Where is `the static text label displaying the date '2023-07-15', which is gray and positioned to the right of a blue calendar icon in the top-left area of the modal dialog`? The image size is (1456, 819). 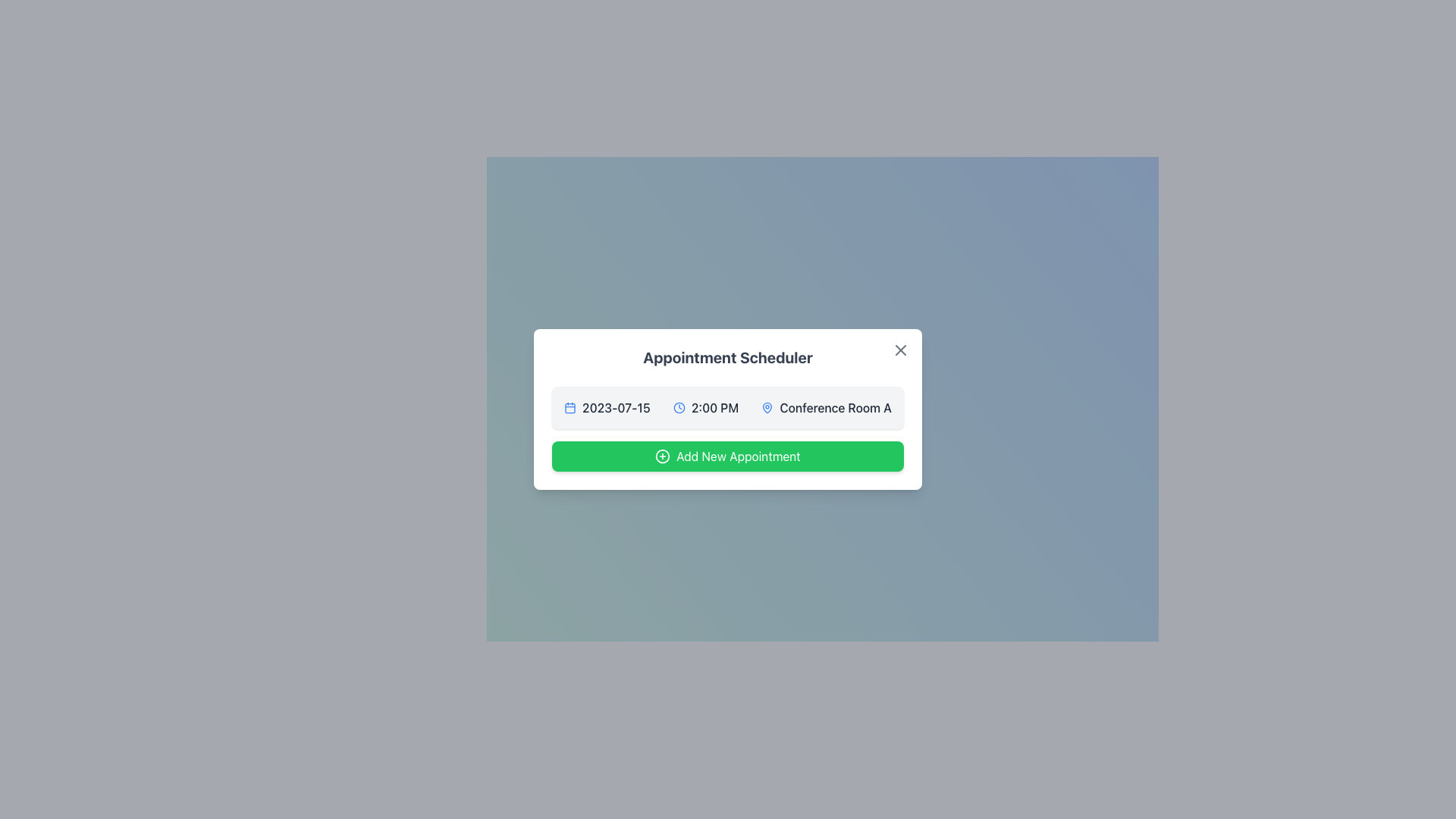 the static text label displaying the date '2023-07-15', which is gray and positioned to the right of a blue calendar icon in the top-left area of the modal dialog is located at coordinates (616, 406).